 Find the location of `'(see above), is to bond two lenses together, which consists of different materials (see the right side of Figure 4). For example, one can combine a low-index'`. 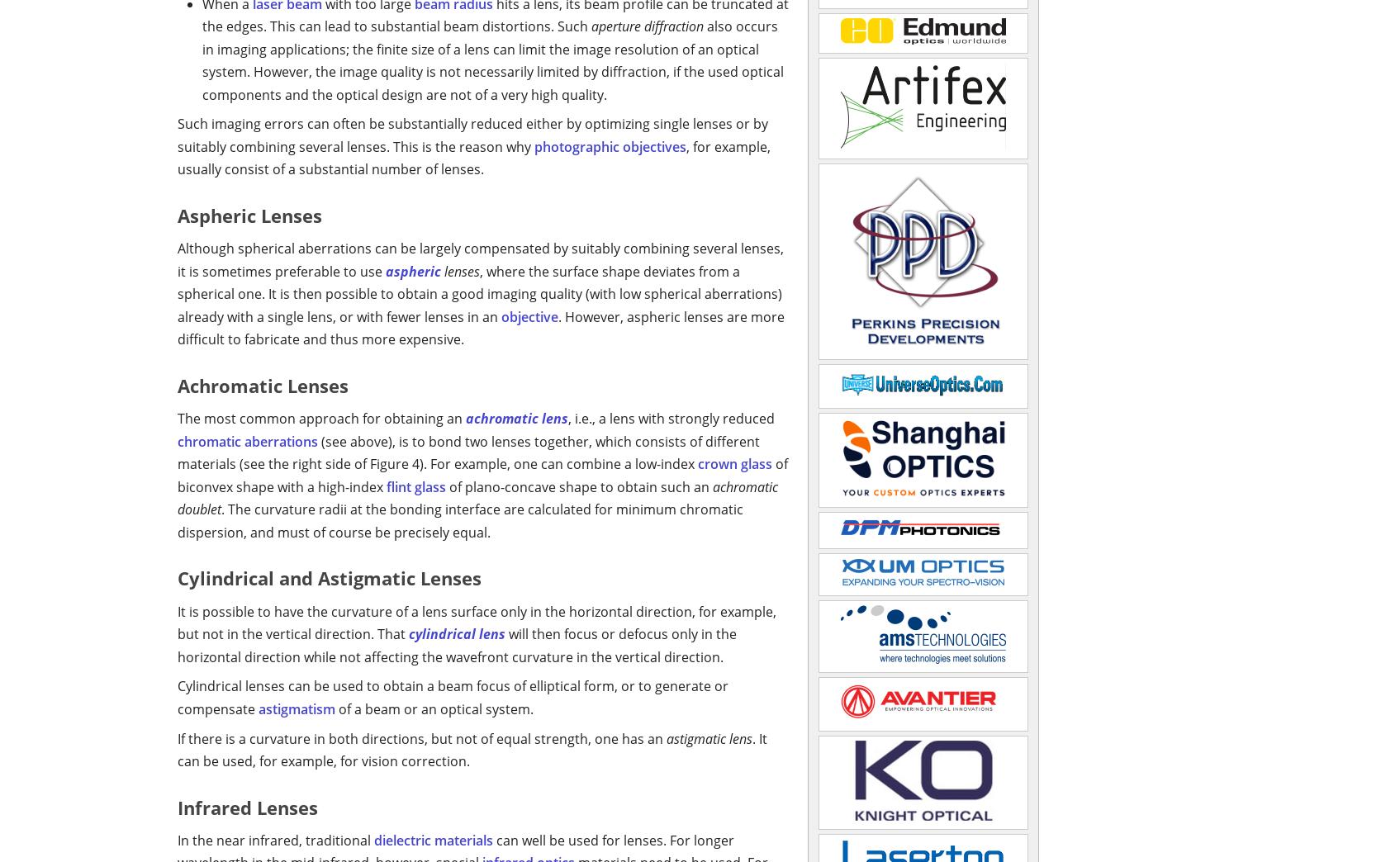

'(see above), is to bond two lenses together, which consists of different materials (see the right side of Figure 4). For example, one can combine a low-index' is located at coordinates (176, 451).